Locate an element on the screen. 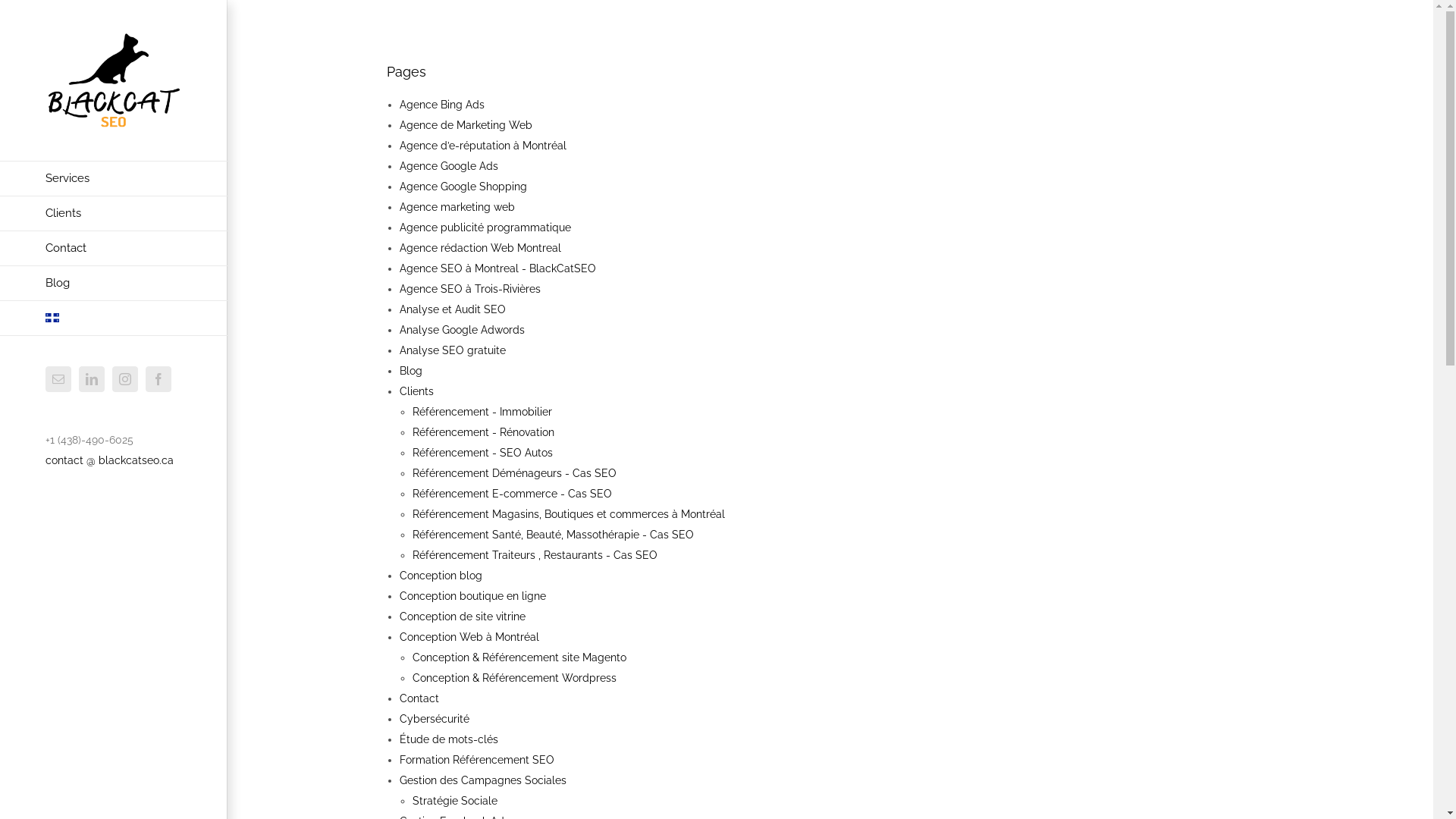 The image size is (1456, 819). 'Facebook' is located at coordinates (158, 378).